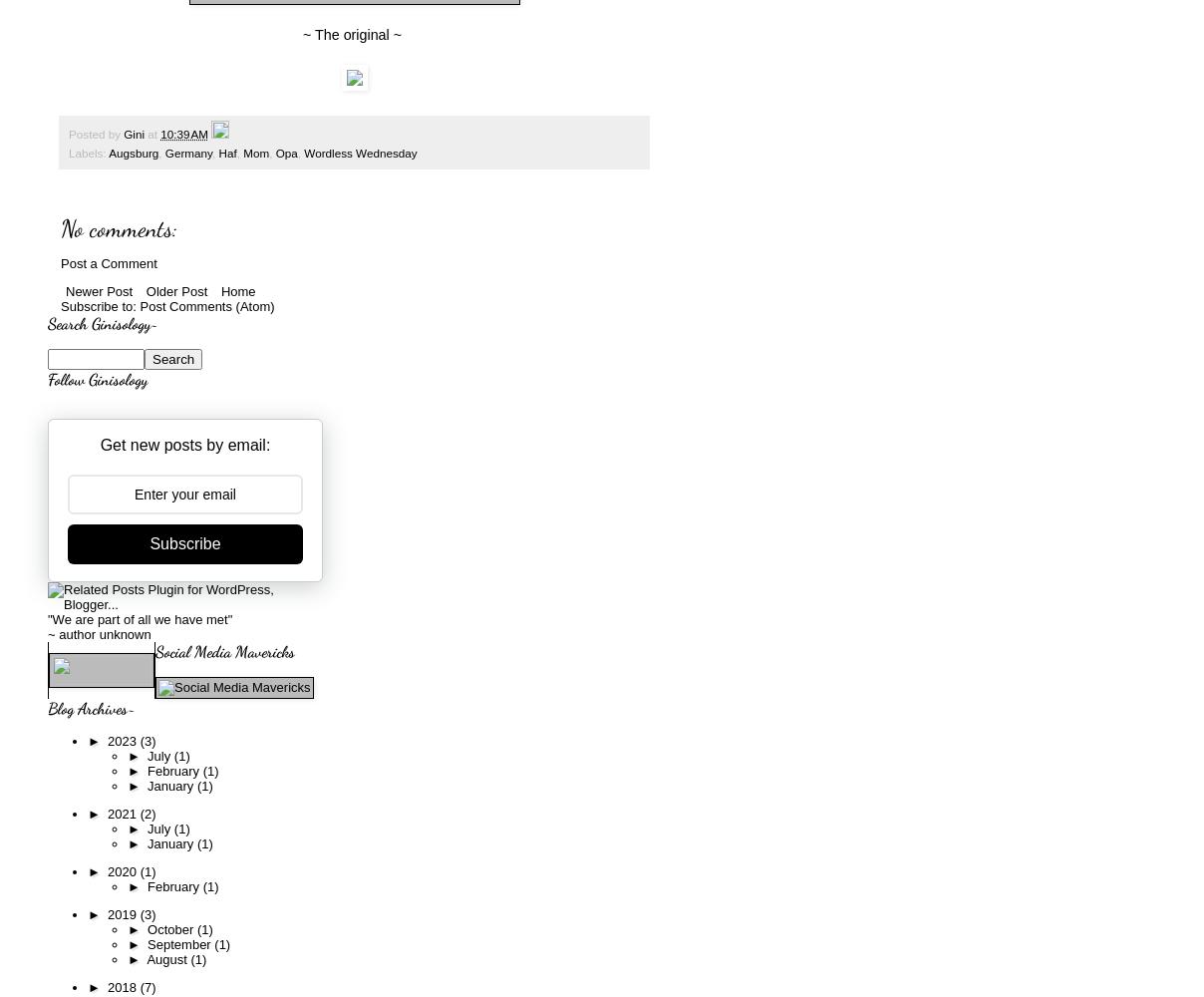 The width and height of the screenshot is (1204, 997). I want to click on 'at', so click(153, 134).